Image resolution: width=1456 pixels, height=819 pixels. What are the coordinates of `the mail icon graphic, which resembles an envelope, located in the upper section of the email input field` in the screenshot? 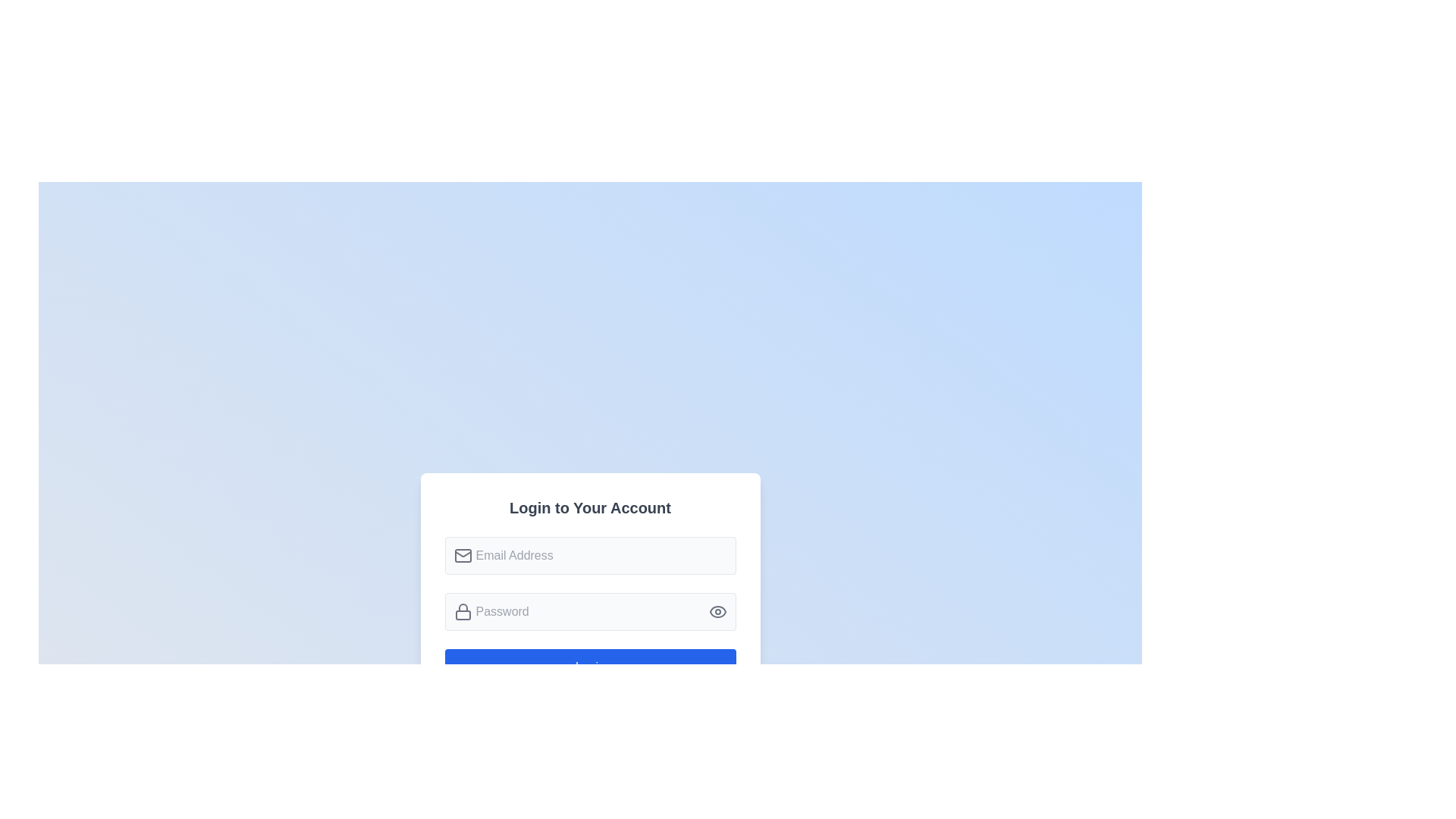 It's located at (462, 555).